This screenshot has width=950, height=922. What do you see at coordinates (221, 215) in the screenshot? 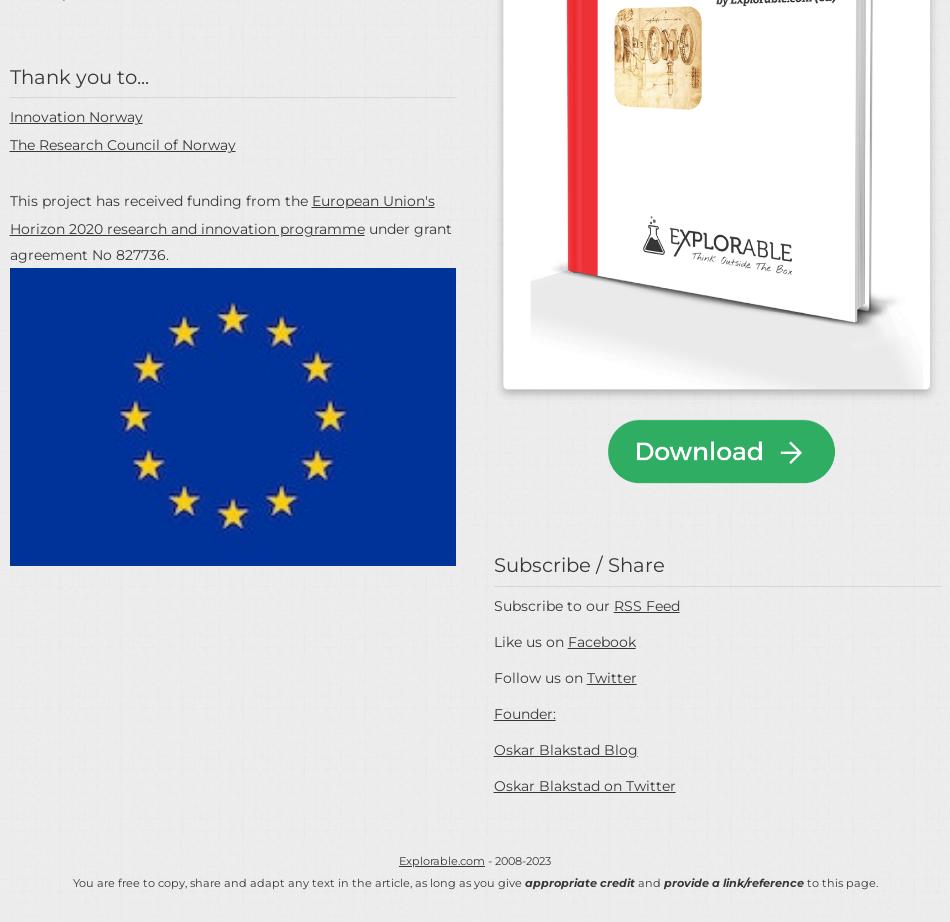
I see `'European Union's Horizon 2020 research and innovation programme'` at bounding box center [221, 215].